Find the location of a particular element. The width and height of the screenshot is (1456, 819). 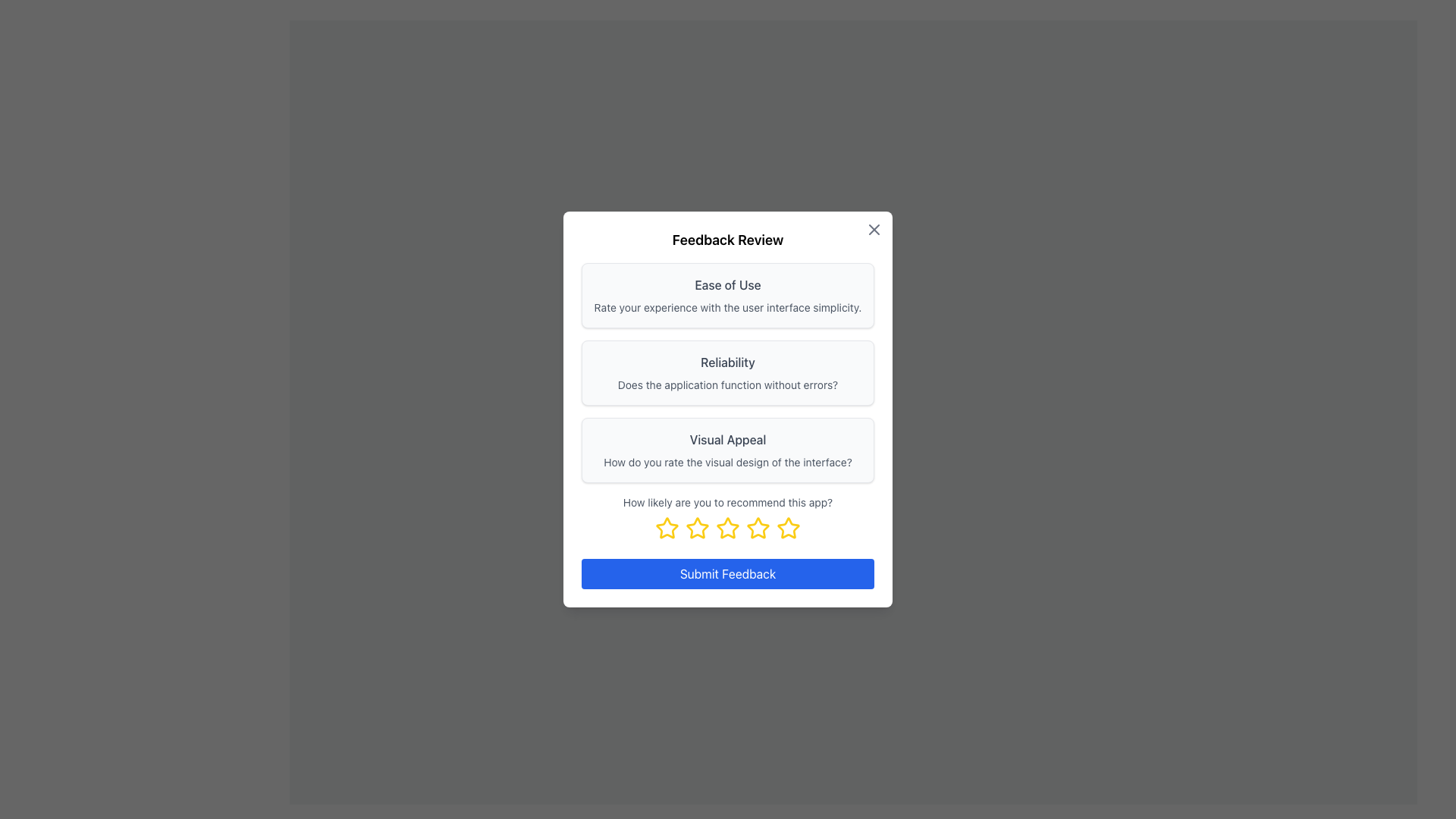

descriptive text label located beneath the 'Ease of Use' section heading in the modal feedback dialog is located at coordinates (728, 307).